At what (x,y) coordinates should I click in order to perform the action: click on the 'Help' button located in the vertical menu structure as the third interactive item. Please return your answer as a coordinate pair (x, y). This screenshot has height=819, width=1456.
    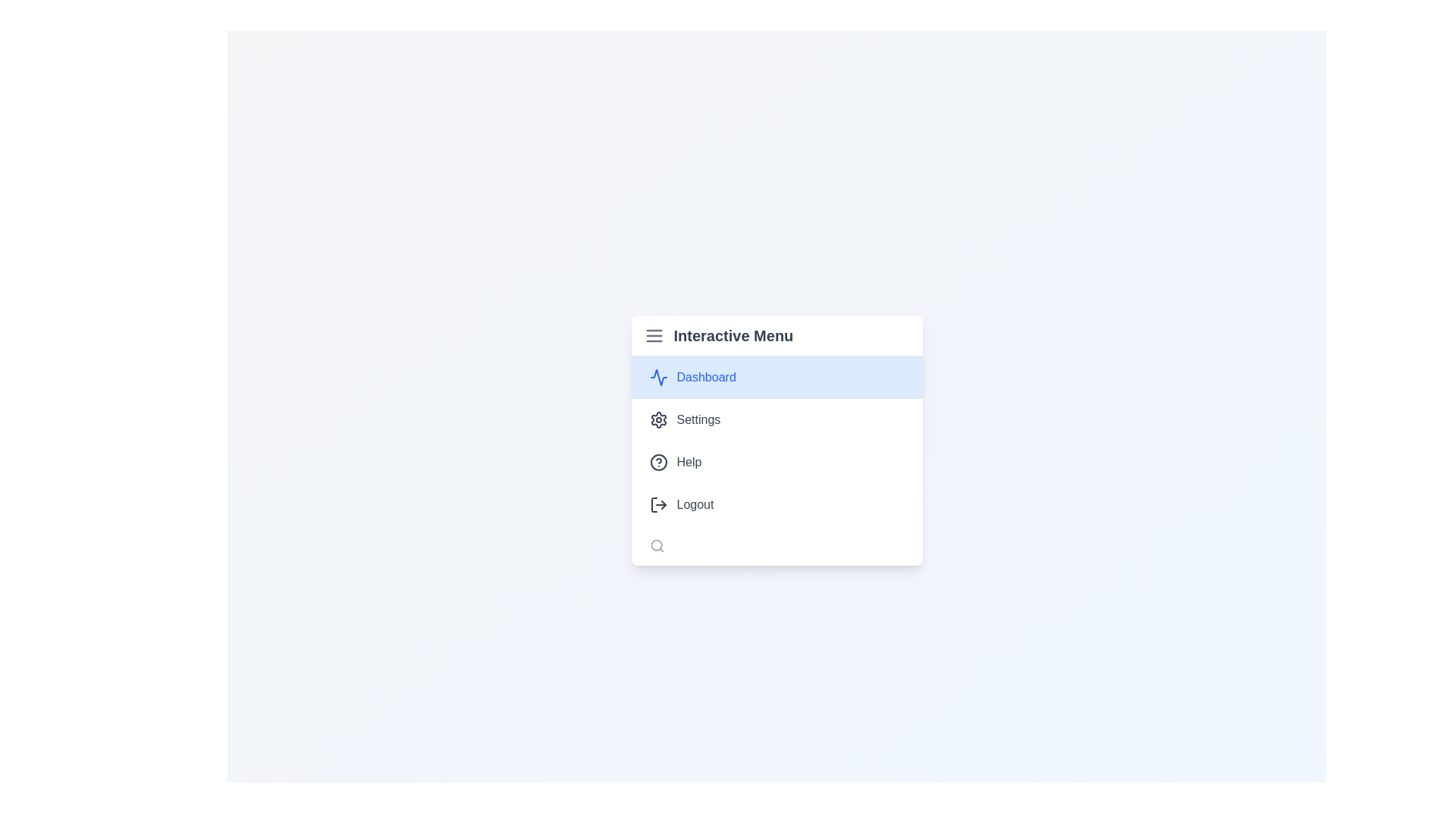
    Looking at the image, I should click on (777, 461).